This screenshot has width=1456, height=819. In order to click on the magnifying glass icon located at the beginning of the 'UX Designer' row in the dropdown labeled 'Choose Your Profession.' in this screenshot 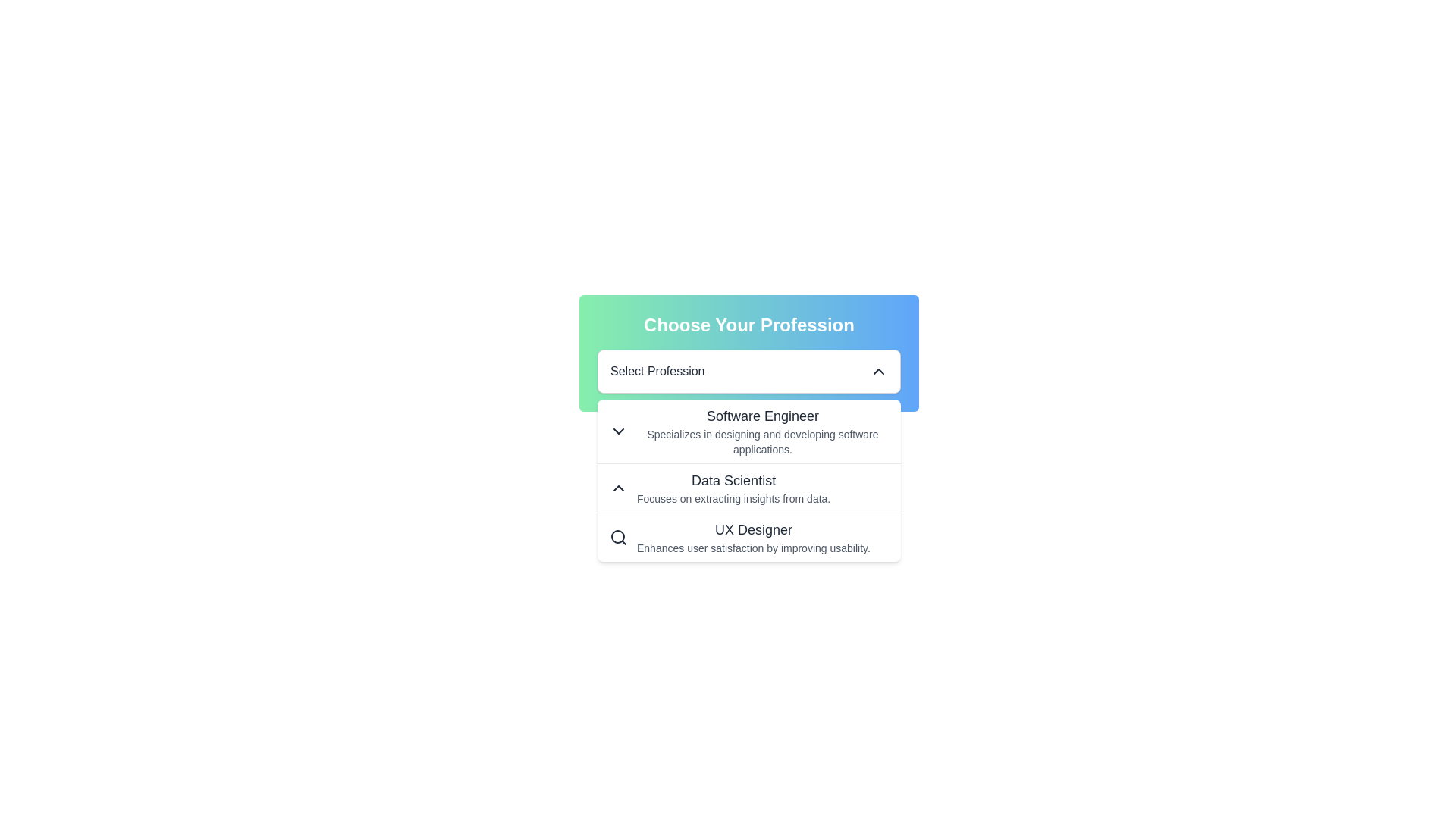, I will do `click(619, 537)`.